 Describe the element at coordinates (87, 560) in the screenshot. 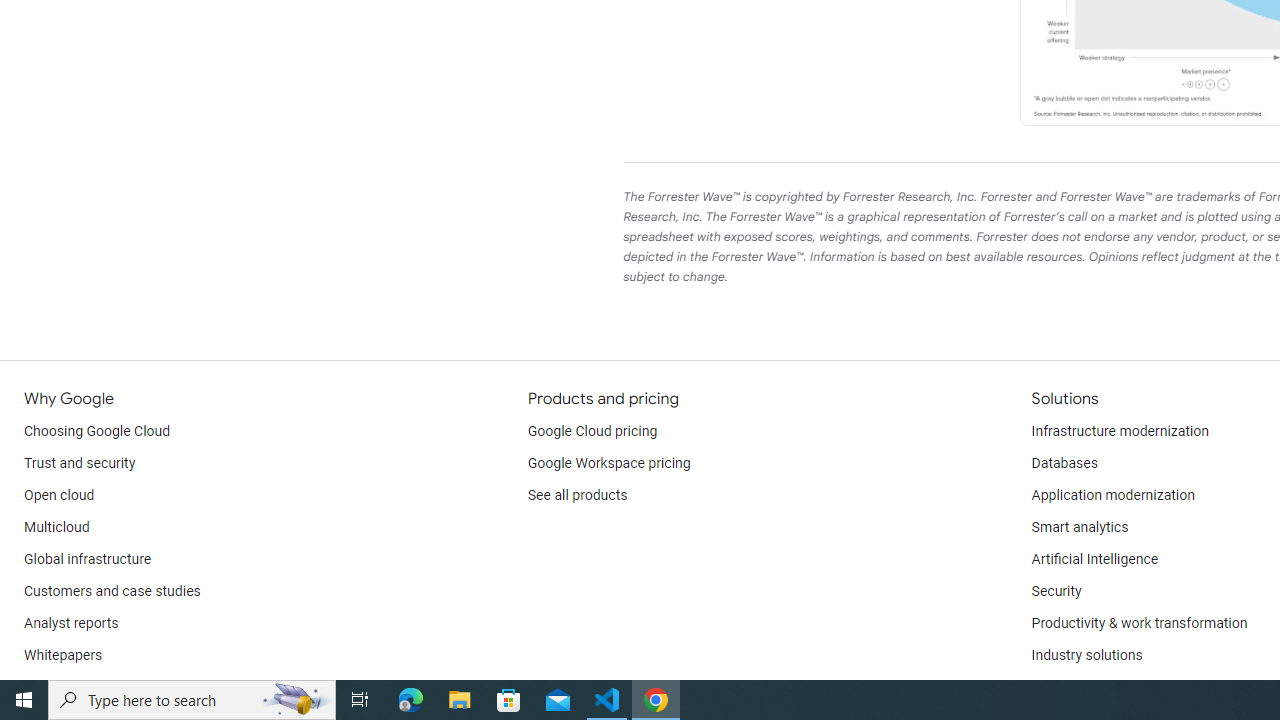

I see `'Global infrastructure'` at that location.